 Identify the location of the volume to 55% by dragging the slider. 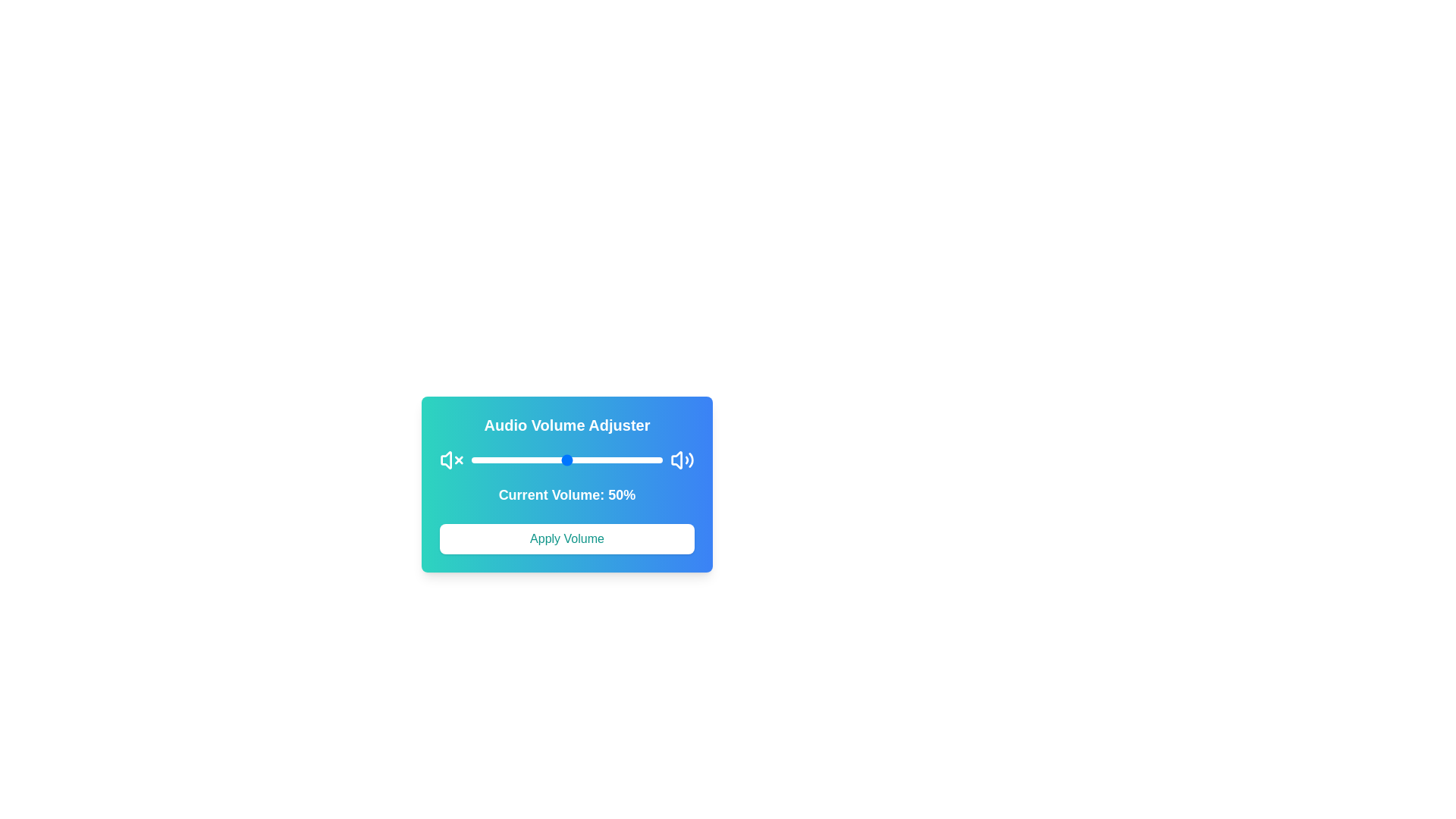
(576, 459).